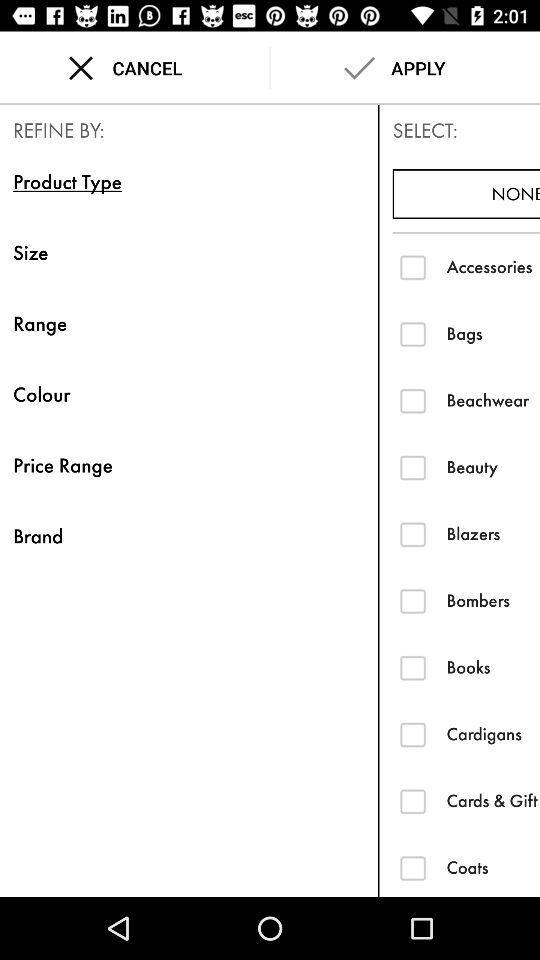 The height and width of the screenshot is (960, 540). Describe the element at coordinates (492, 733) in the screenshot. I see `the icon below the books` at that location.